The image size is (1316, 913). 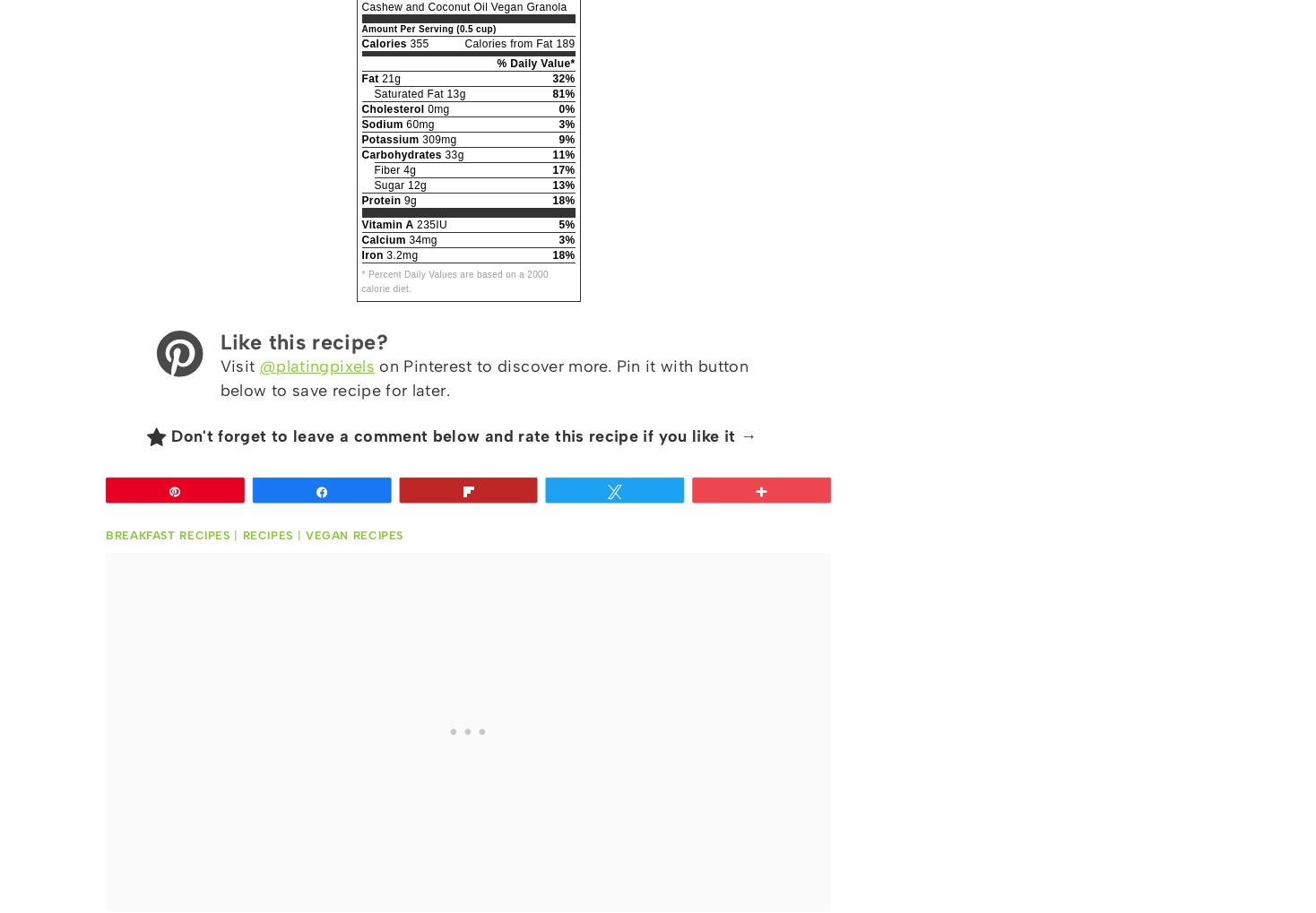 I want to click on '355', so click(x=417, y=44).